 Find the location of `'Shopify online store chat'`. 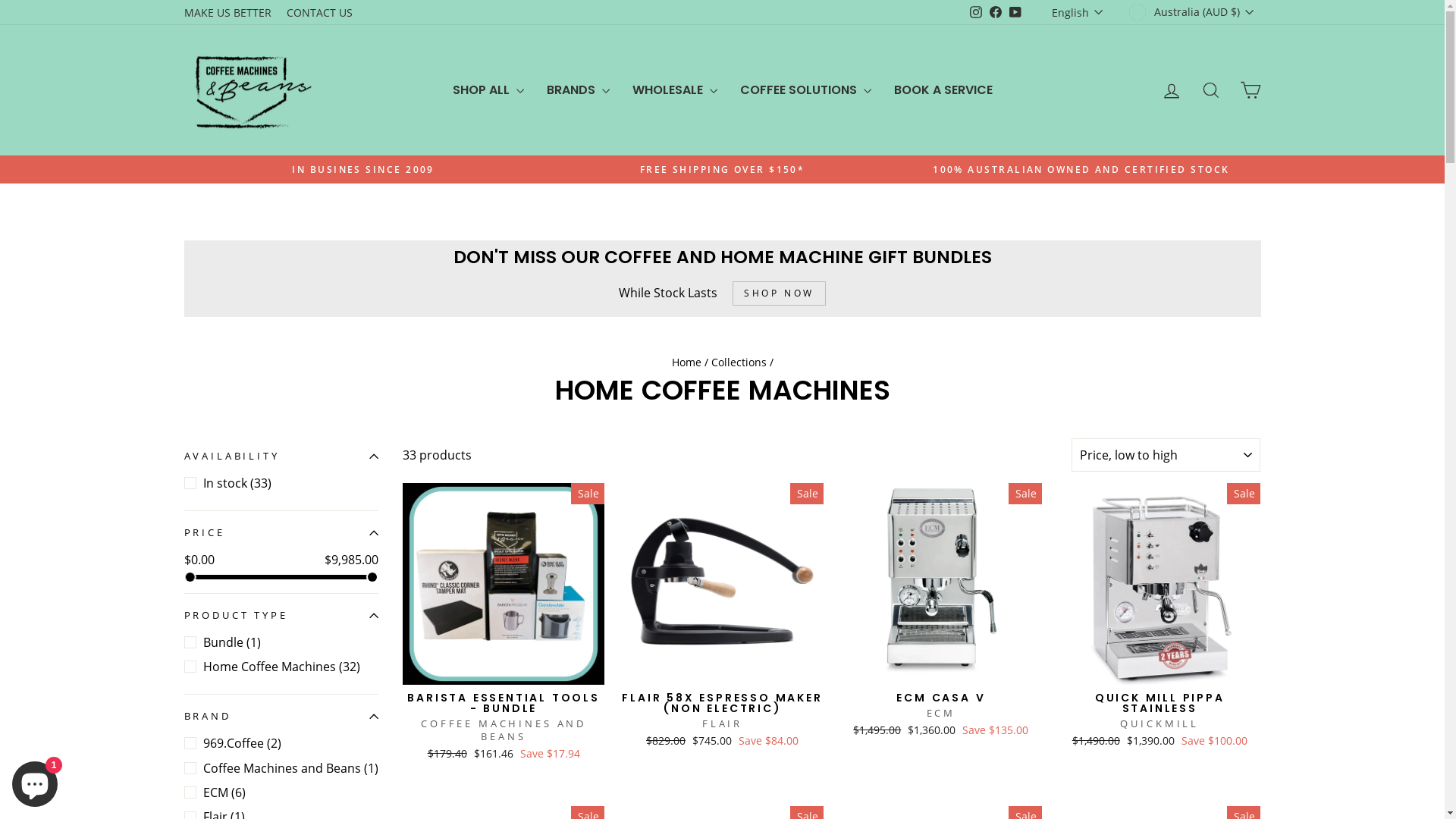

'Shopify online store chat' is located at coordinates (35, 780).